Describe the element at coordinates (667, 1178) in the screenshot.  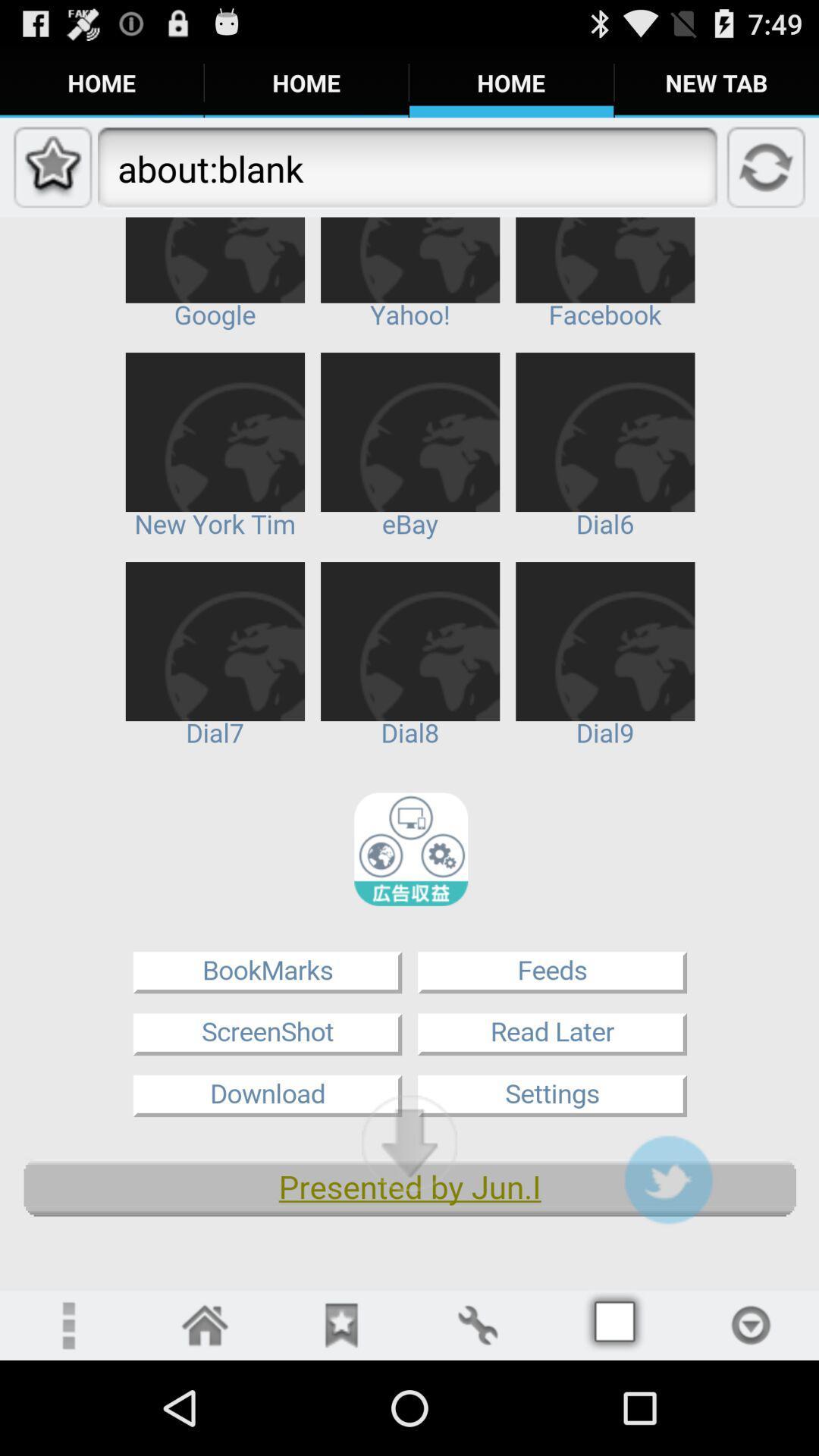
I see `twitter` at that location.